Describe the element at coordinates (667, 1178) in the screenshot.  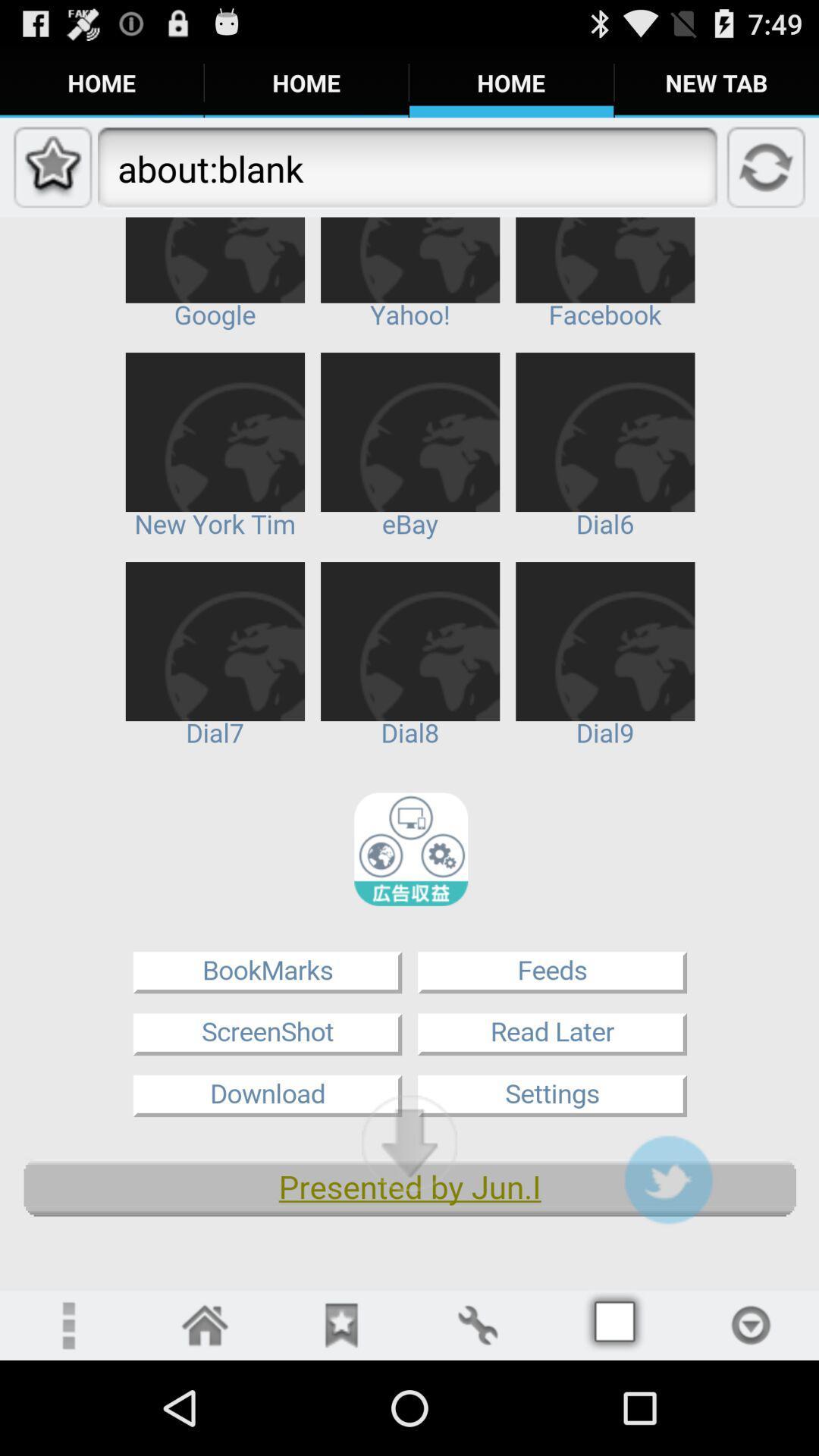
I see `twitter` at that location.